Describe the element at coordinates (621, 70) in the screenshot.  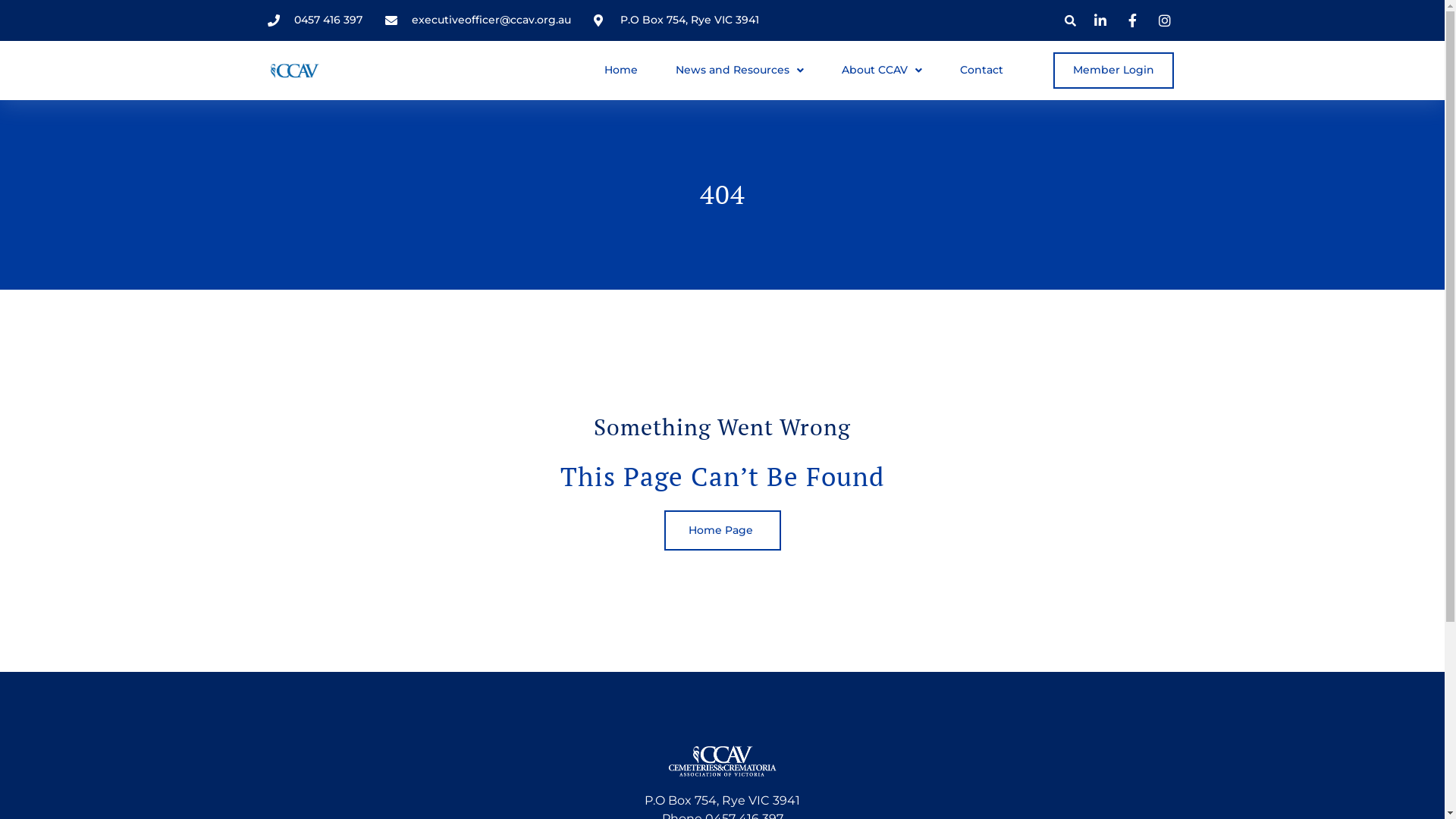
I see `'Home'` at that location.